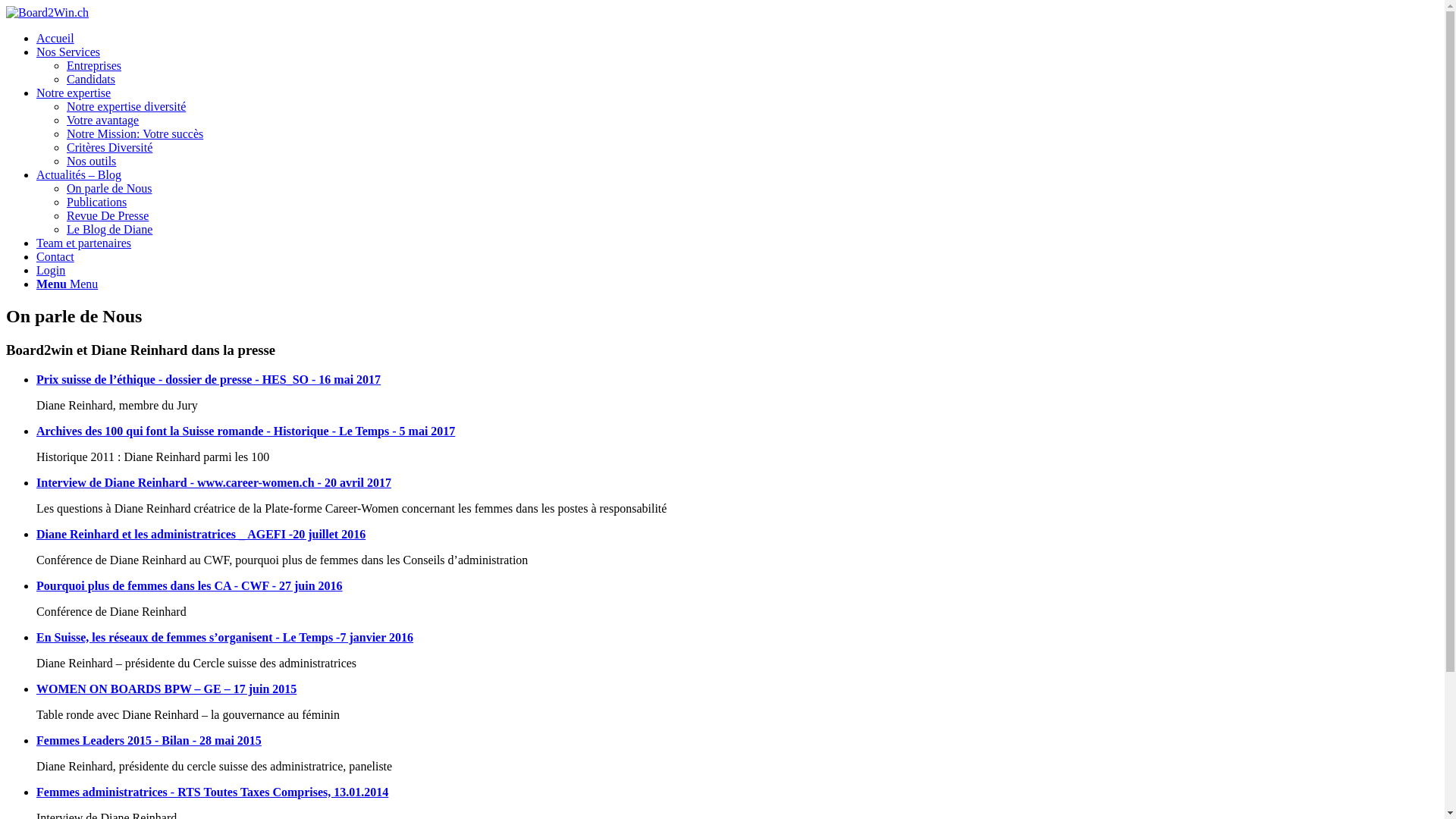  I want to click on 'Menu Menu', so click(66, 284).